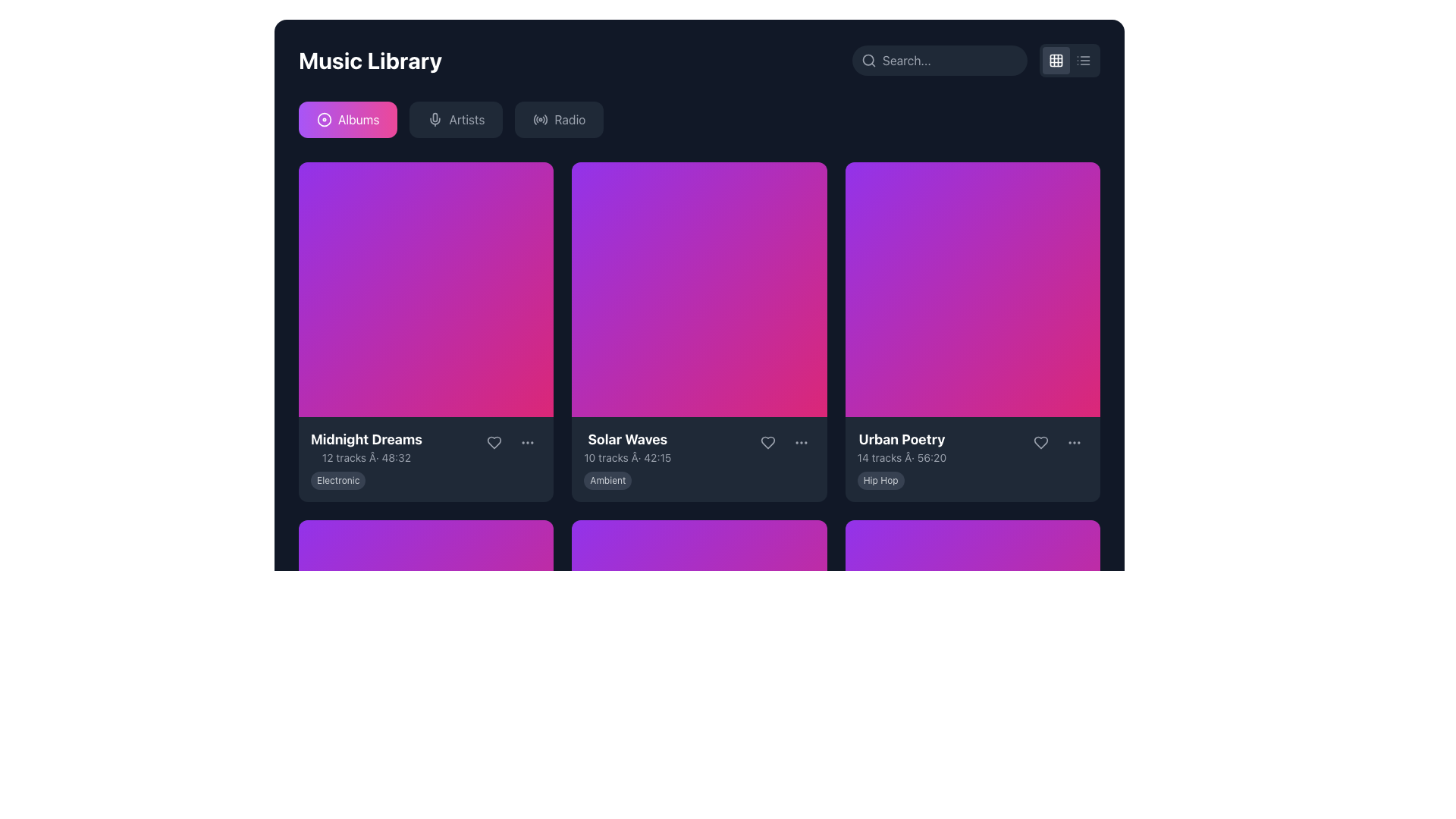 The image size is (1456, 819). Describe the element at coordinates (558, 119) in the screenshot. I see `the 'Radio' button, which features a radio wave icon and is the third button in a horizontal group at the top of the interface` at that location.